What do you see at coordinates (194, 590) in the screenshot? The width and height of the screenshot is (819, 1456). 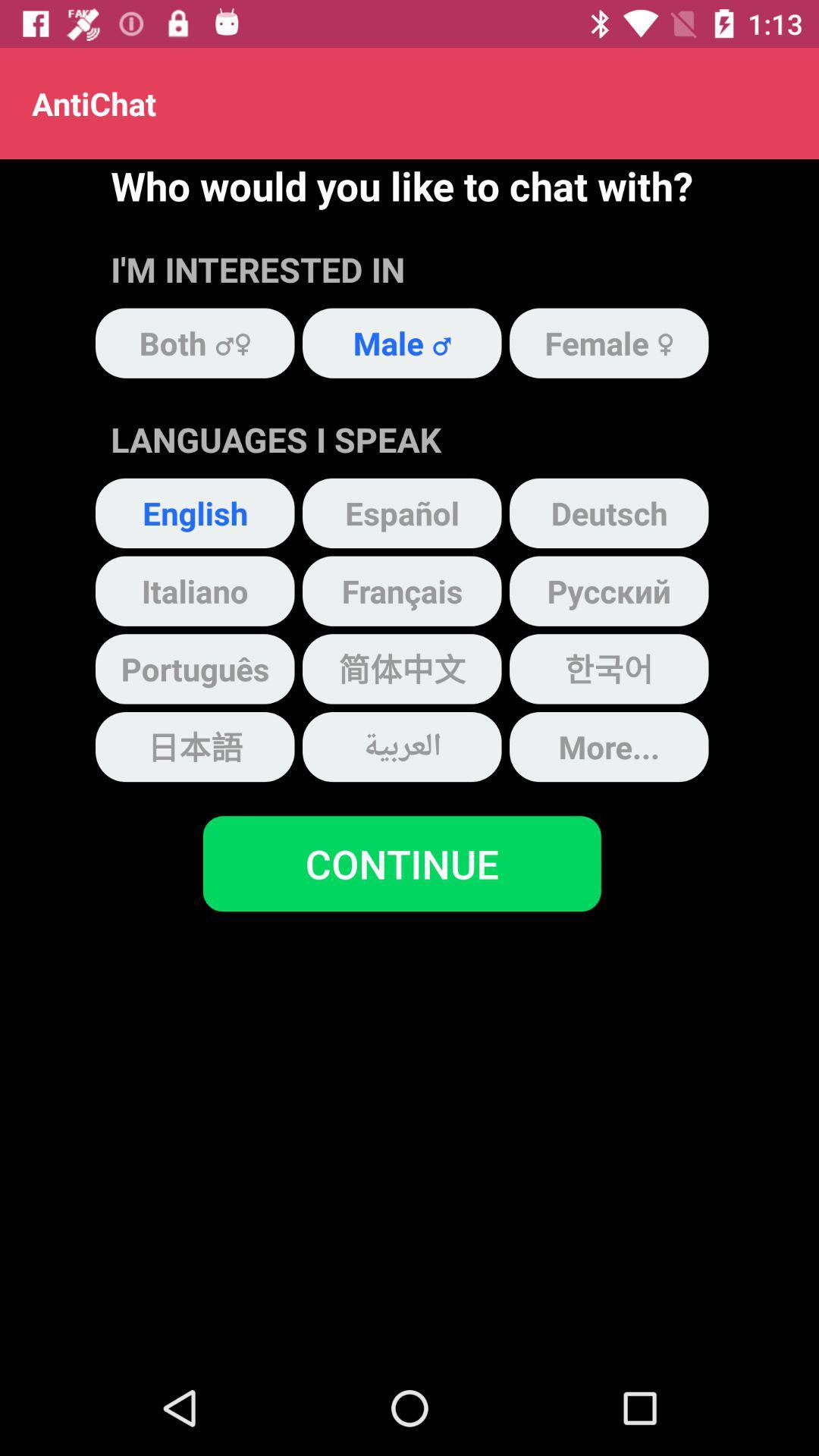 I see `the item below english` at bounding box center [194, 590].